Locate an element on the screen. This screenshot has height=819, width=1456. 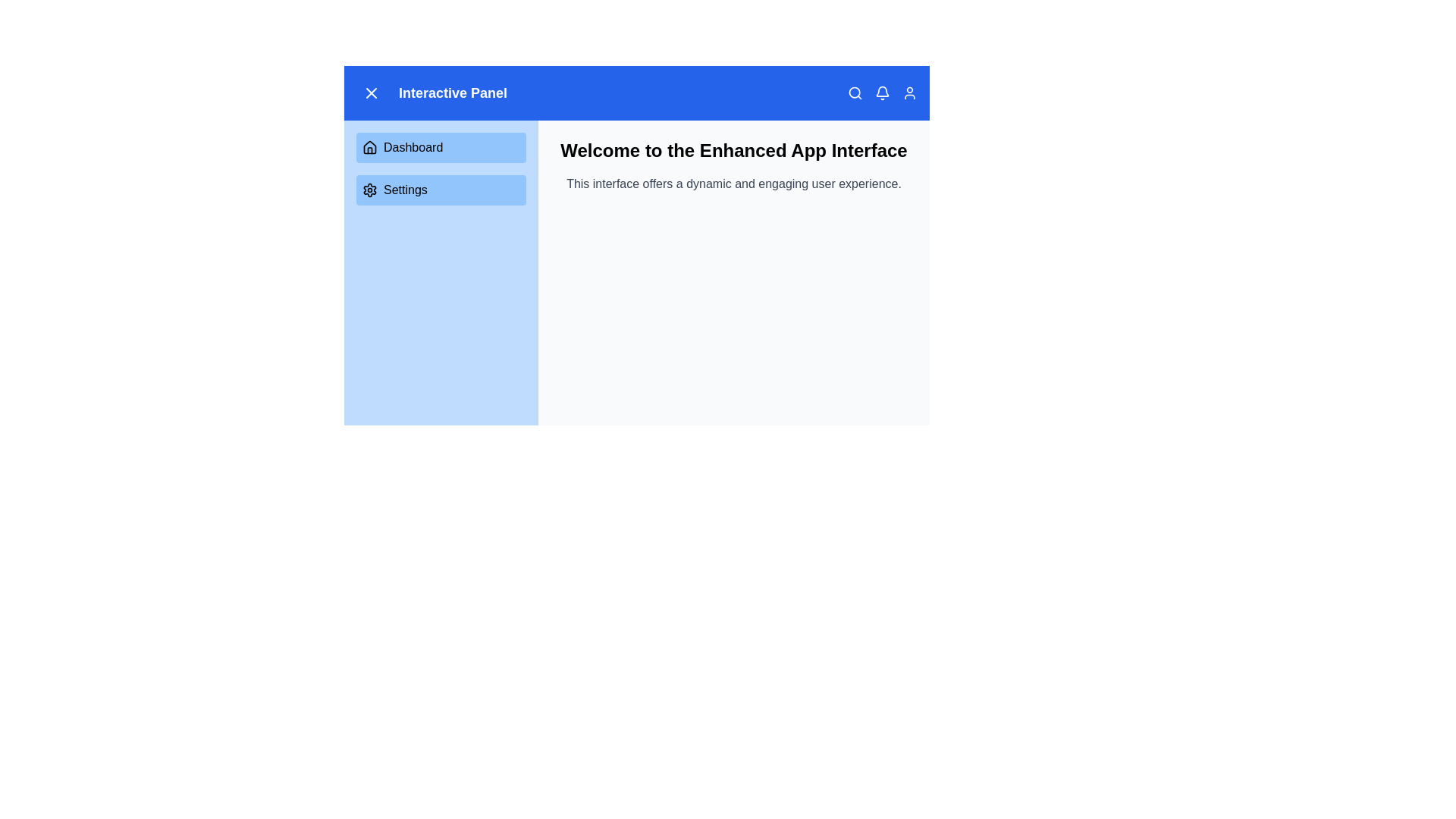
the 'Dashboard' text label located is located at coordinates (413, 148).